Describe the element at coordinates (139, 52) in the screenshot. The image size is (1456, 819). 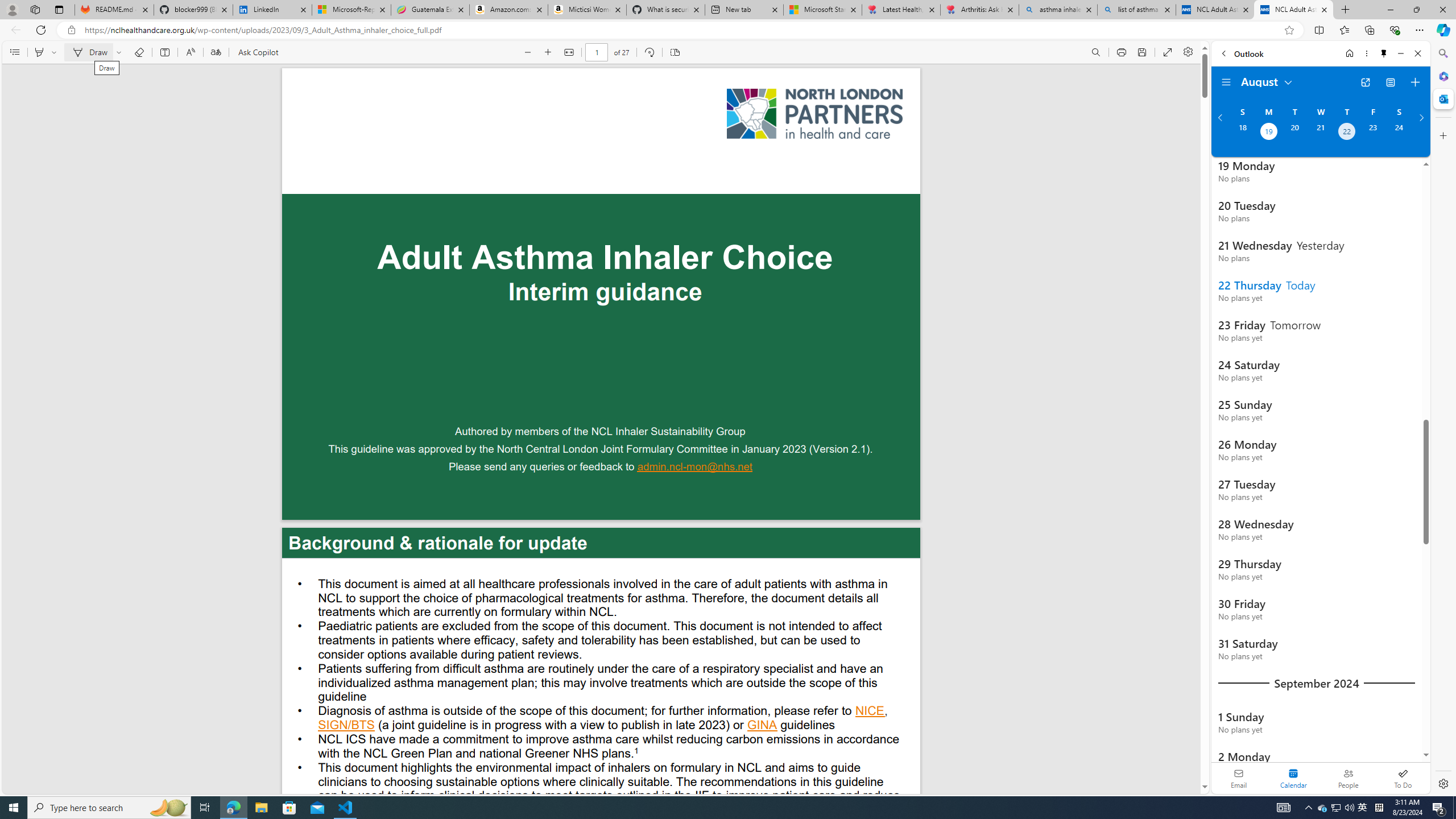
I see `'Erase'` at that location.